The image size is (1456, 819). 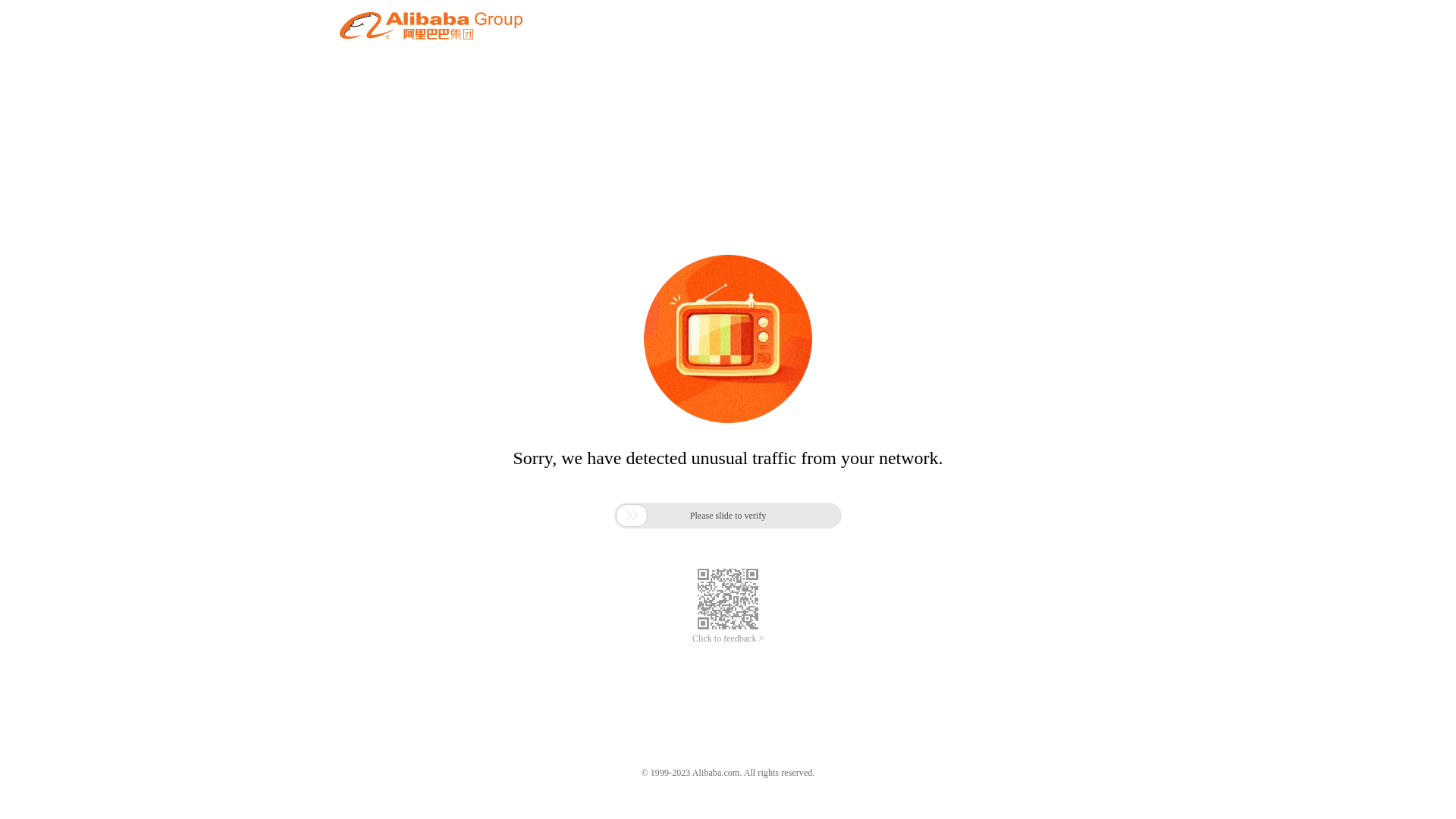 What do you see at coordinates (691, 639) in the screenshot?
I see `'Click to feedback >'` at bounding box center [691, 639].